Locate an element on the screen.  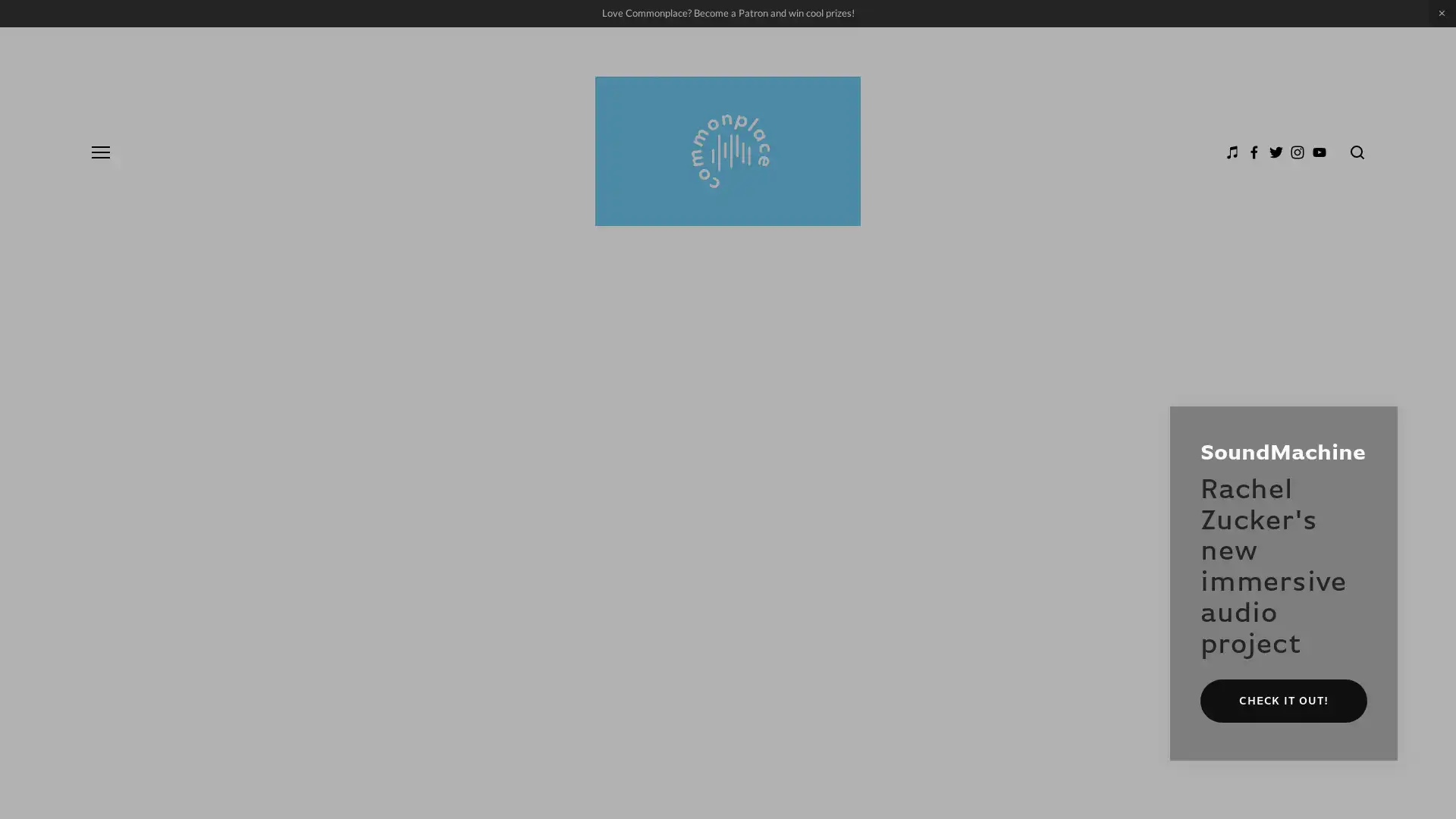
Close is located at coordinates (1379, 424).